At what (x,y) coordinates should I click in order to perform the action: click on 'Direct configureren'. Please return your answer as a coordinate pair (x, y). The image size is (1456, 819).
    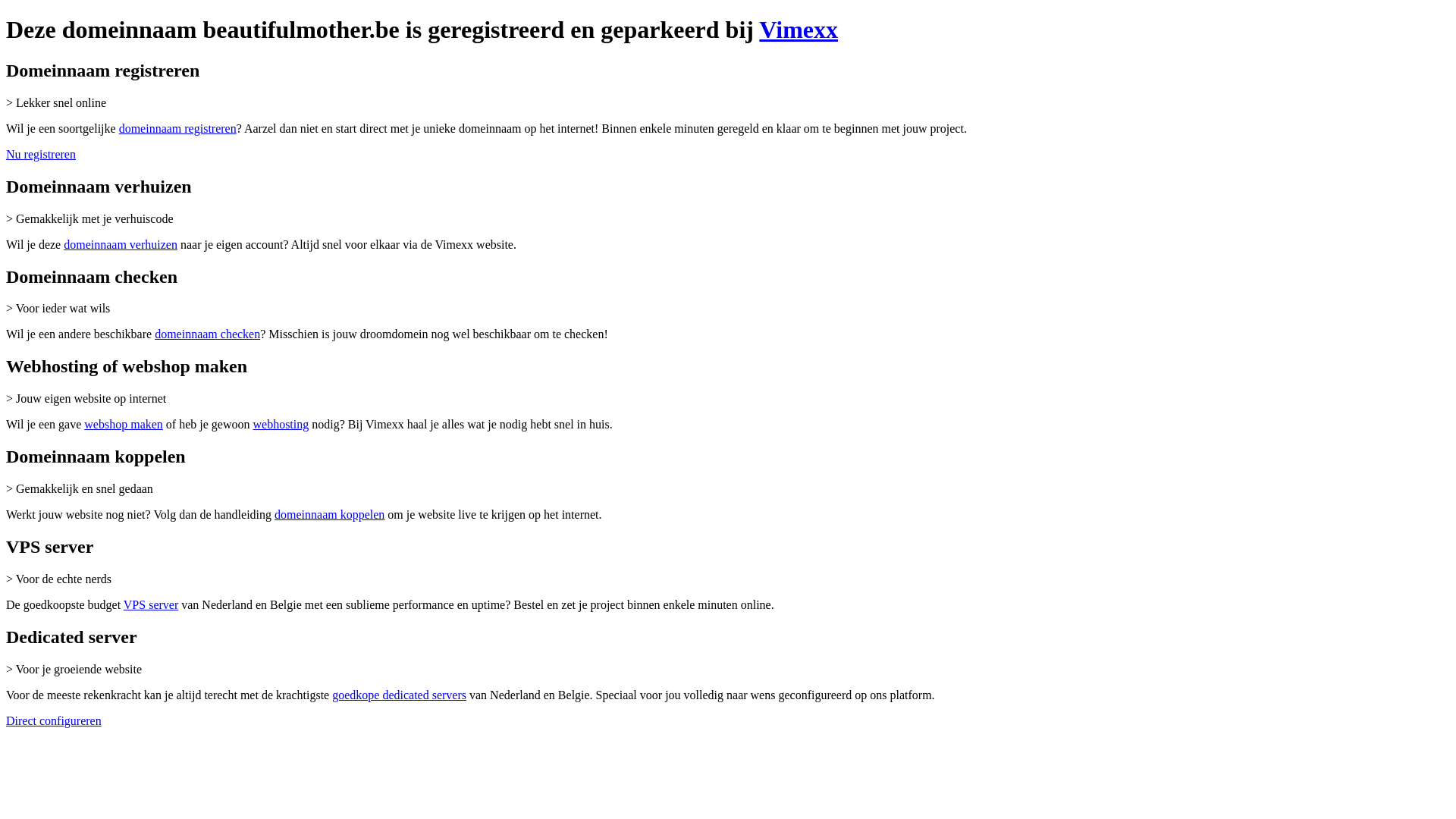
    Looking at the image, I should click on (54, 720).